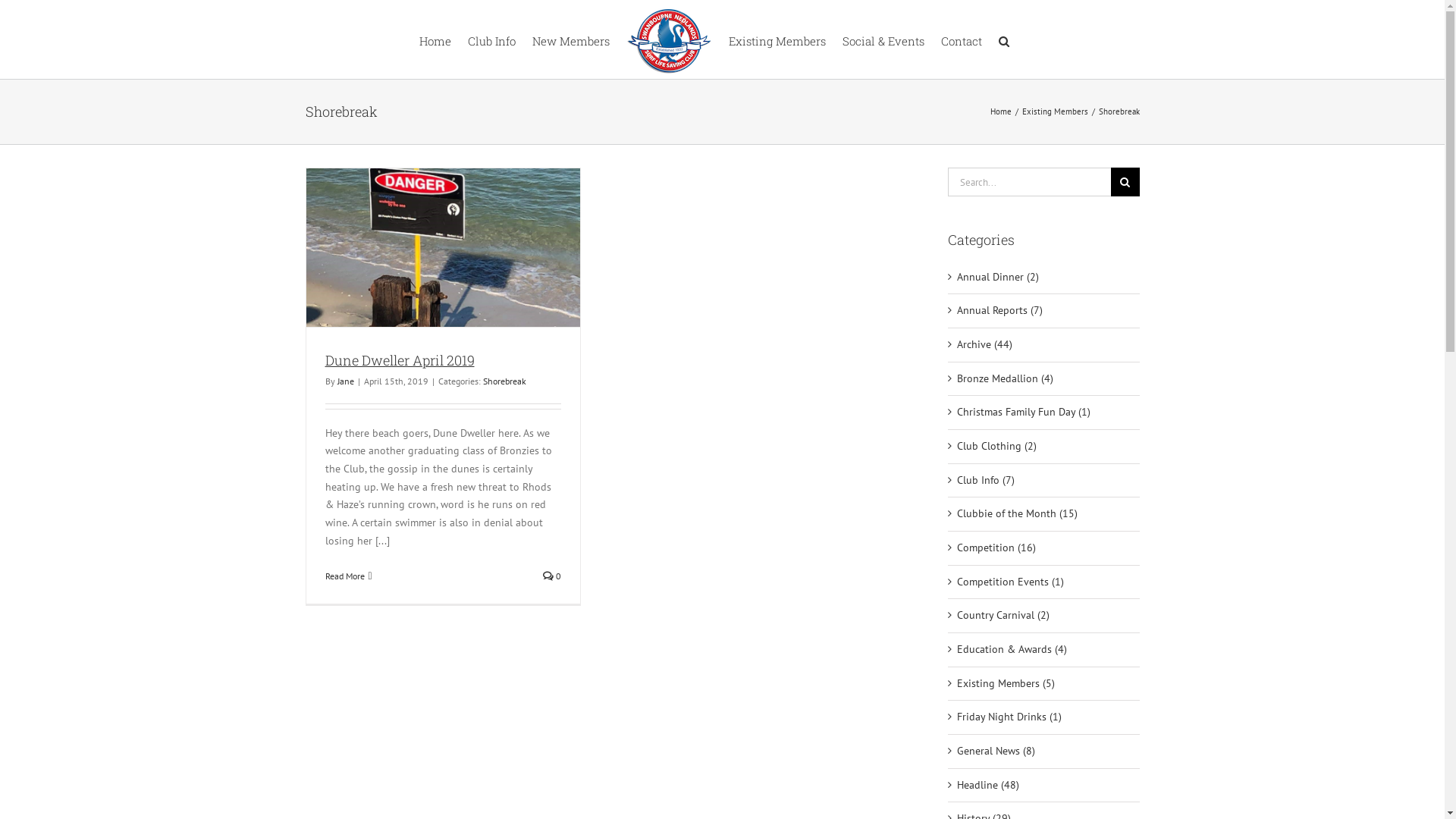 The width and height of the screenshot is (1456, 819). Describe the element at coordinates (1043, 785) in the screenshot. I see `'Headline (48)'` at that location.